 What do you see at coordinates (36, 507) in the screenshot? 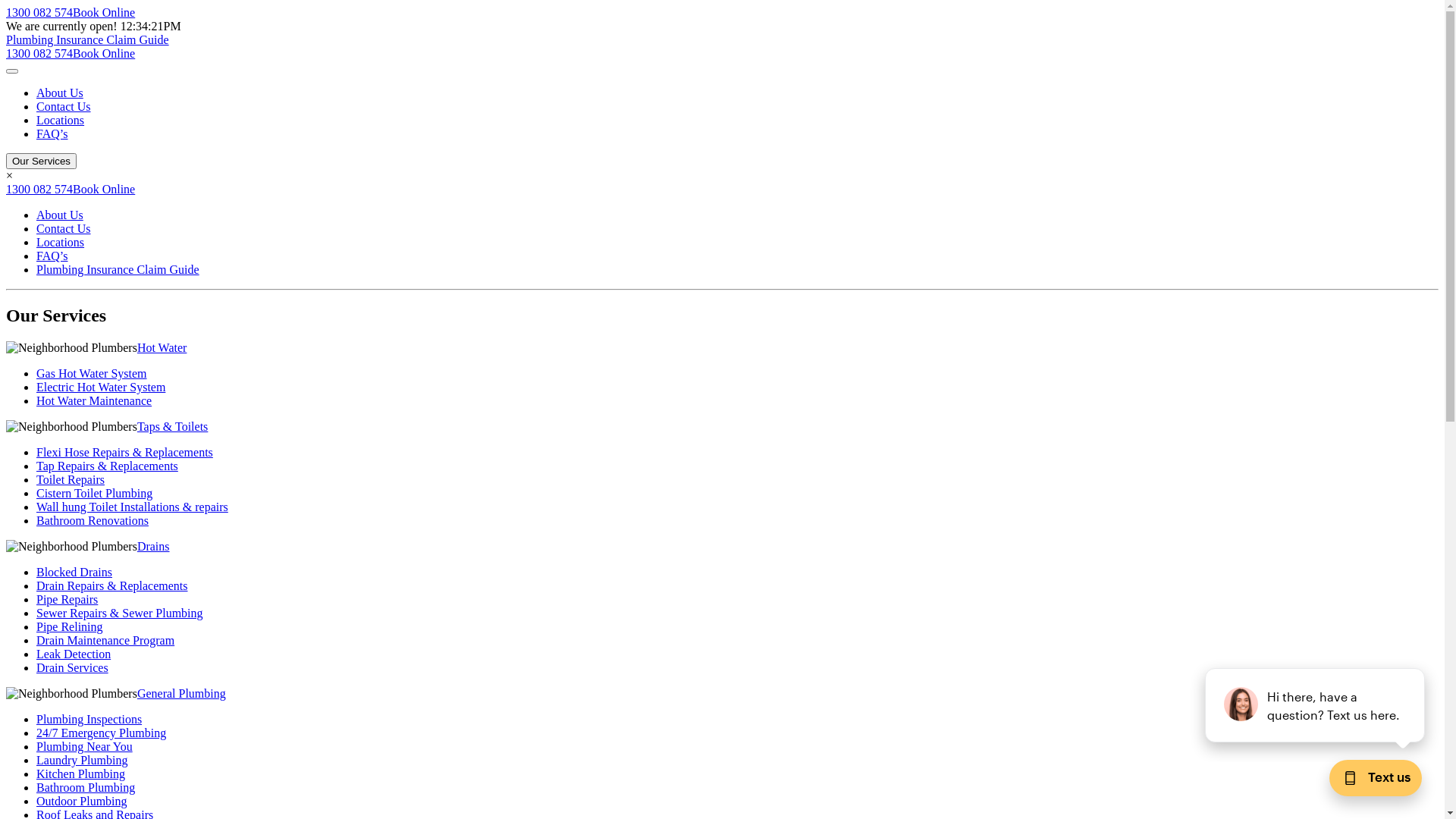
I see `'Wall hung Toilet Installations & repairs'` at bounding box center [36, 507].